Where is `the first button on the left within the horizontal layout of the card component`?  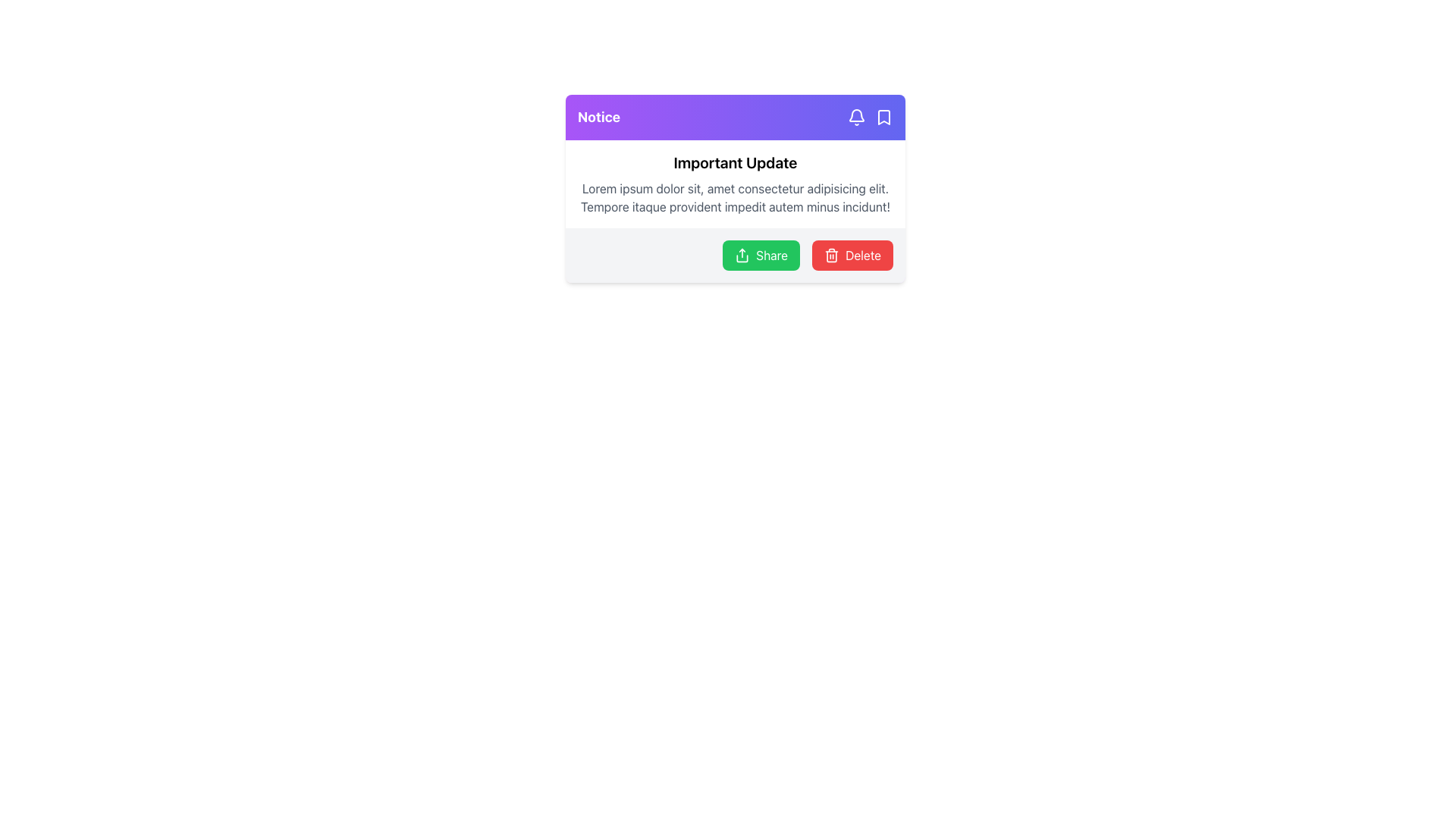
the first button on the left within the horizontal layout of the card component is located at coordinates (761, 254).